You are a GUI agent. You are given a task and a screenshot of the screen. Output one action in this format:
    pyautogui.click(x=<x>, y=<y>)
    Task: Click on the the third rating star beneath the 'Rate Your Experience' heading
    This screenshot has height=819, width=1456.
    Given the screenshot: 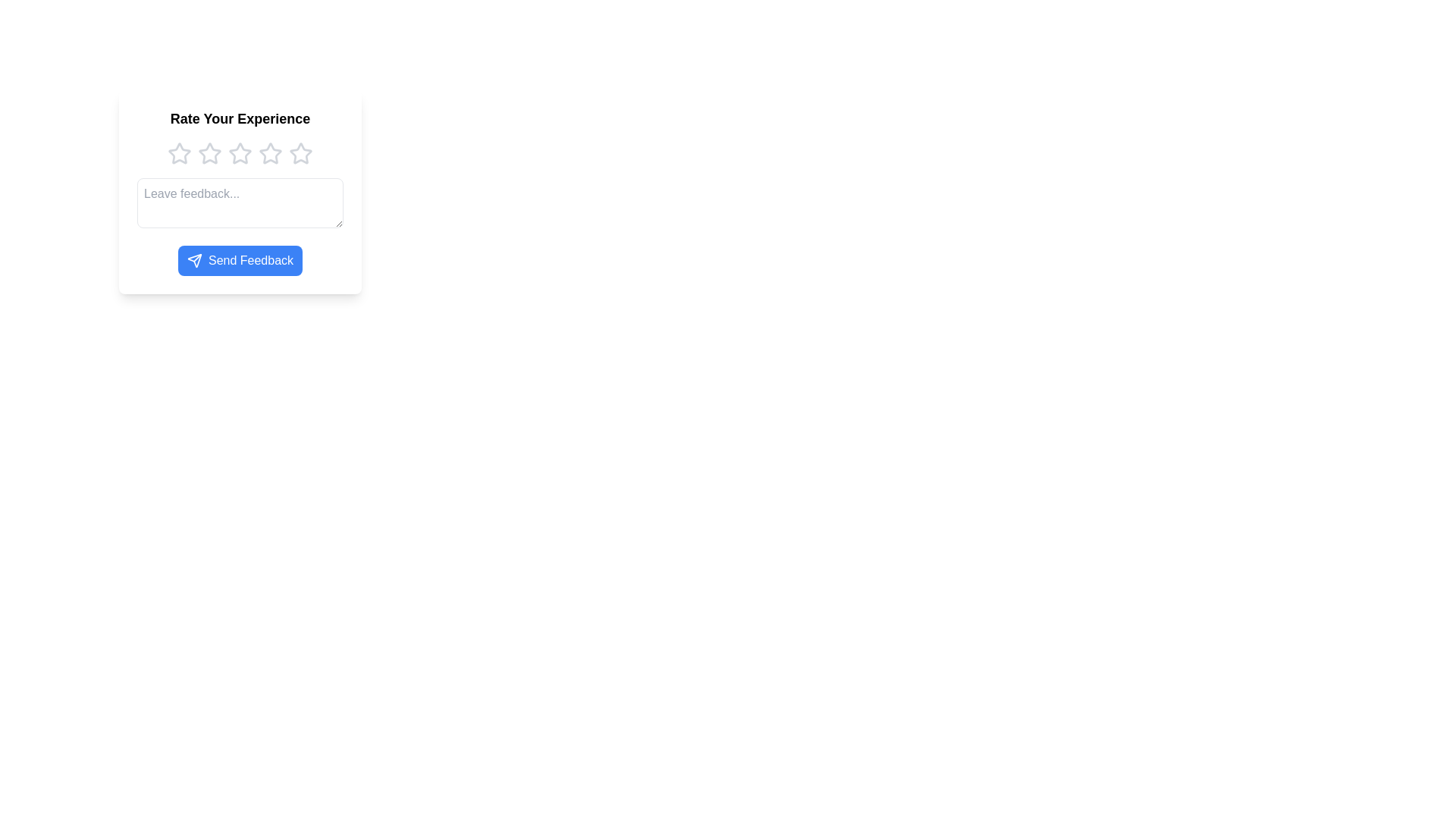 What is the action you would take?
    pyautogui.click(x=239, y=154)
    